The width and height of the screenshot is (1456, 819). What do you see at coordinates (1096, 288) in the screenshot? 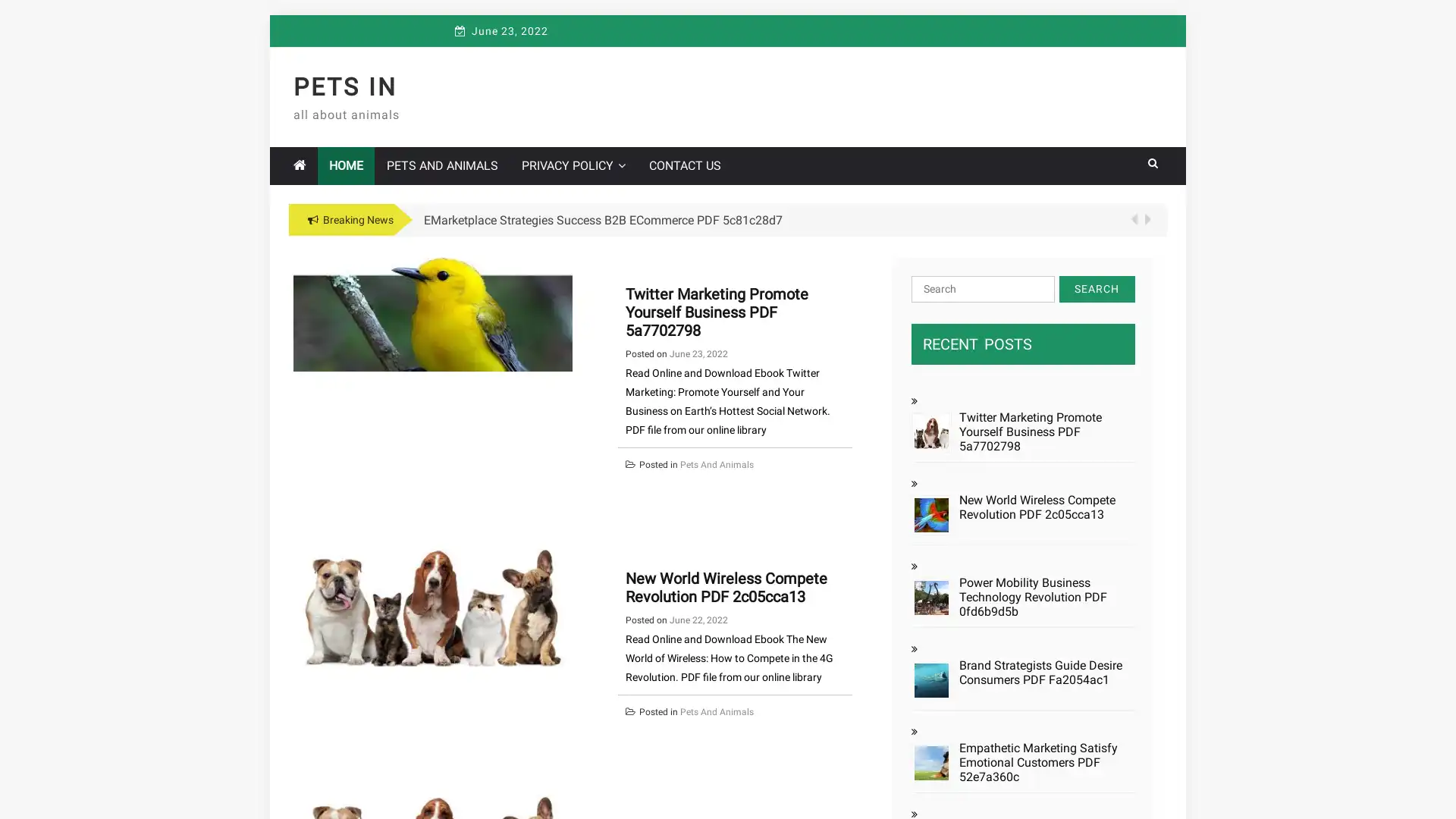
I see `Search` at bounding box center [1096, 288].